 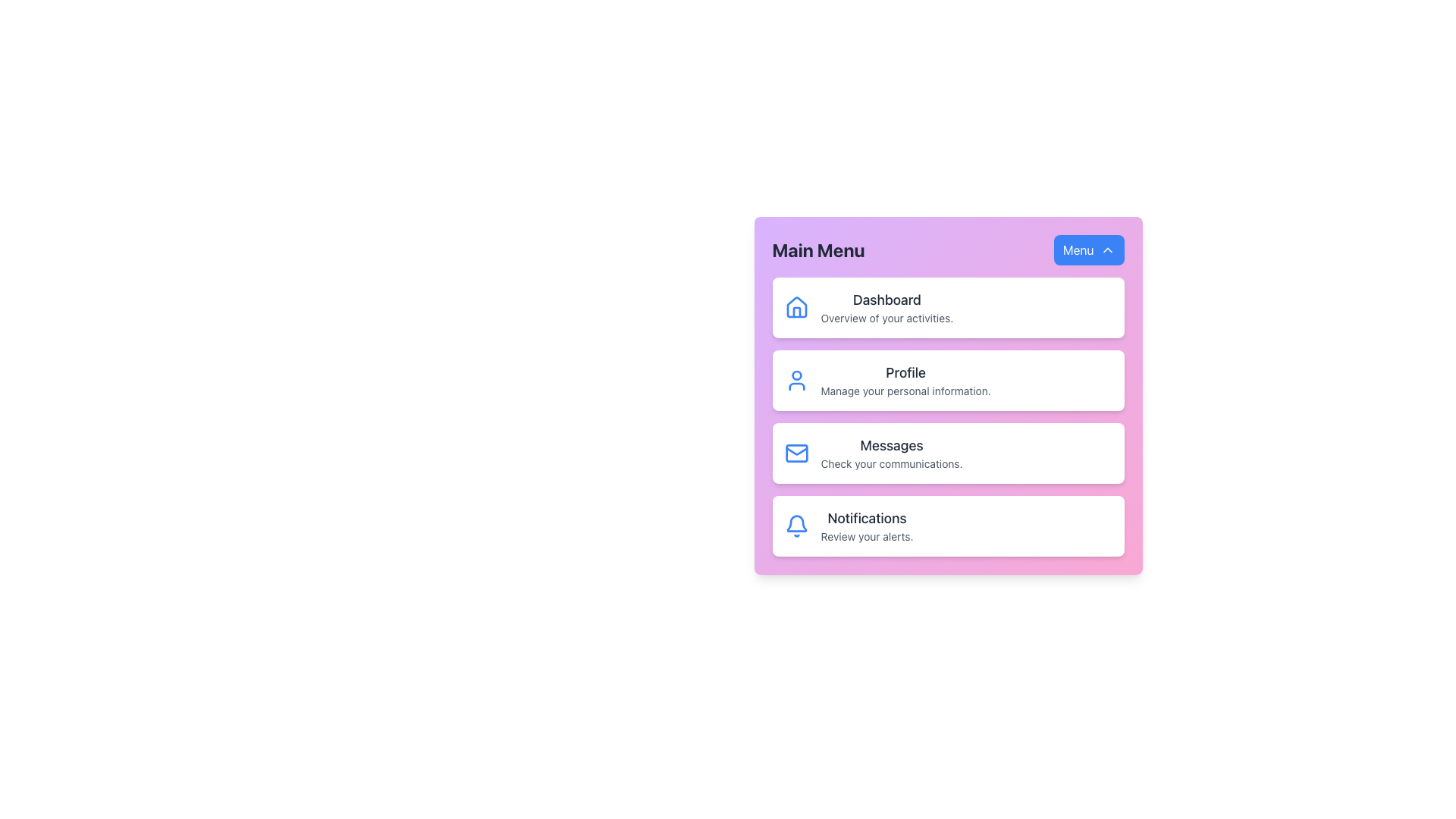 I want to click on the blue bell-shaped icon in the 'Notifications' section, which is located to the left of the 'Notifications' option card at the bottom of the vertically stacked menu, so click(x=795, y=522).